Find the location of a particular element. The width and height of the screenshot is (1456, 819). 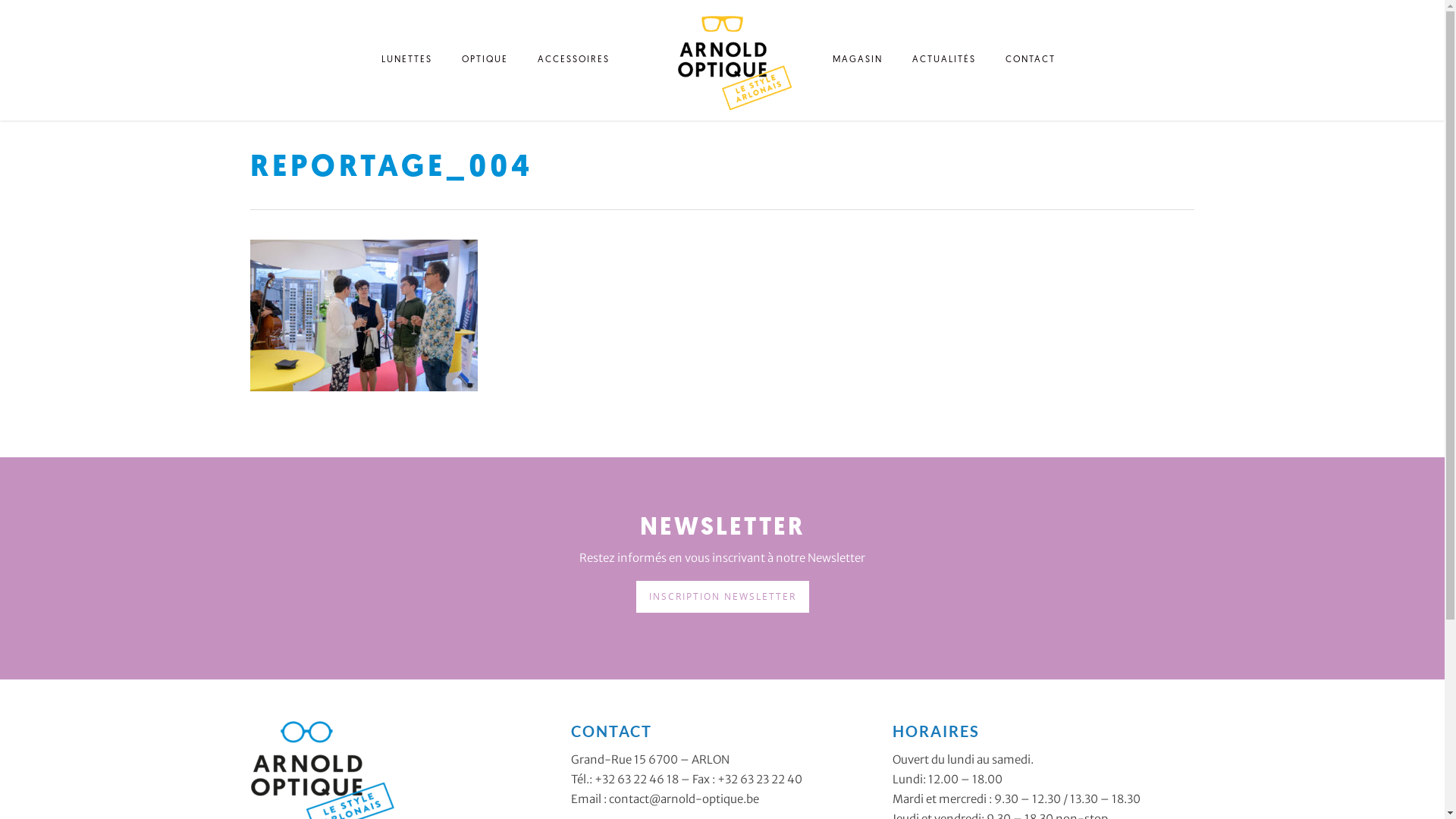

'LUNETTES' is located at coordinates (406, 63).